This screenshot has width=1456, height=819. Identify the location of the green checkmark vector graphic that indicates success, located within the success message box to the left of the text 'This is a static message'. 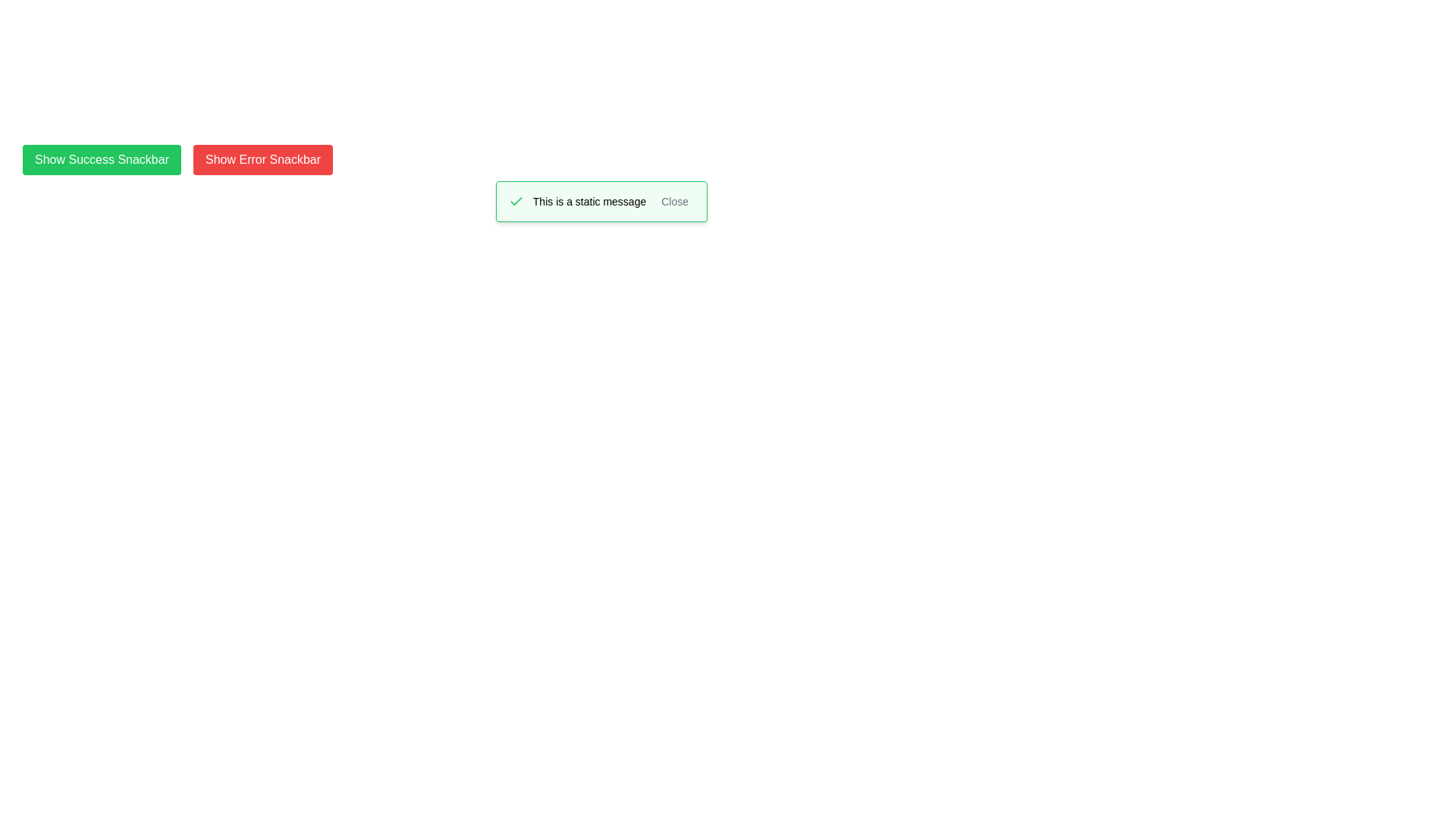
(516, 200).